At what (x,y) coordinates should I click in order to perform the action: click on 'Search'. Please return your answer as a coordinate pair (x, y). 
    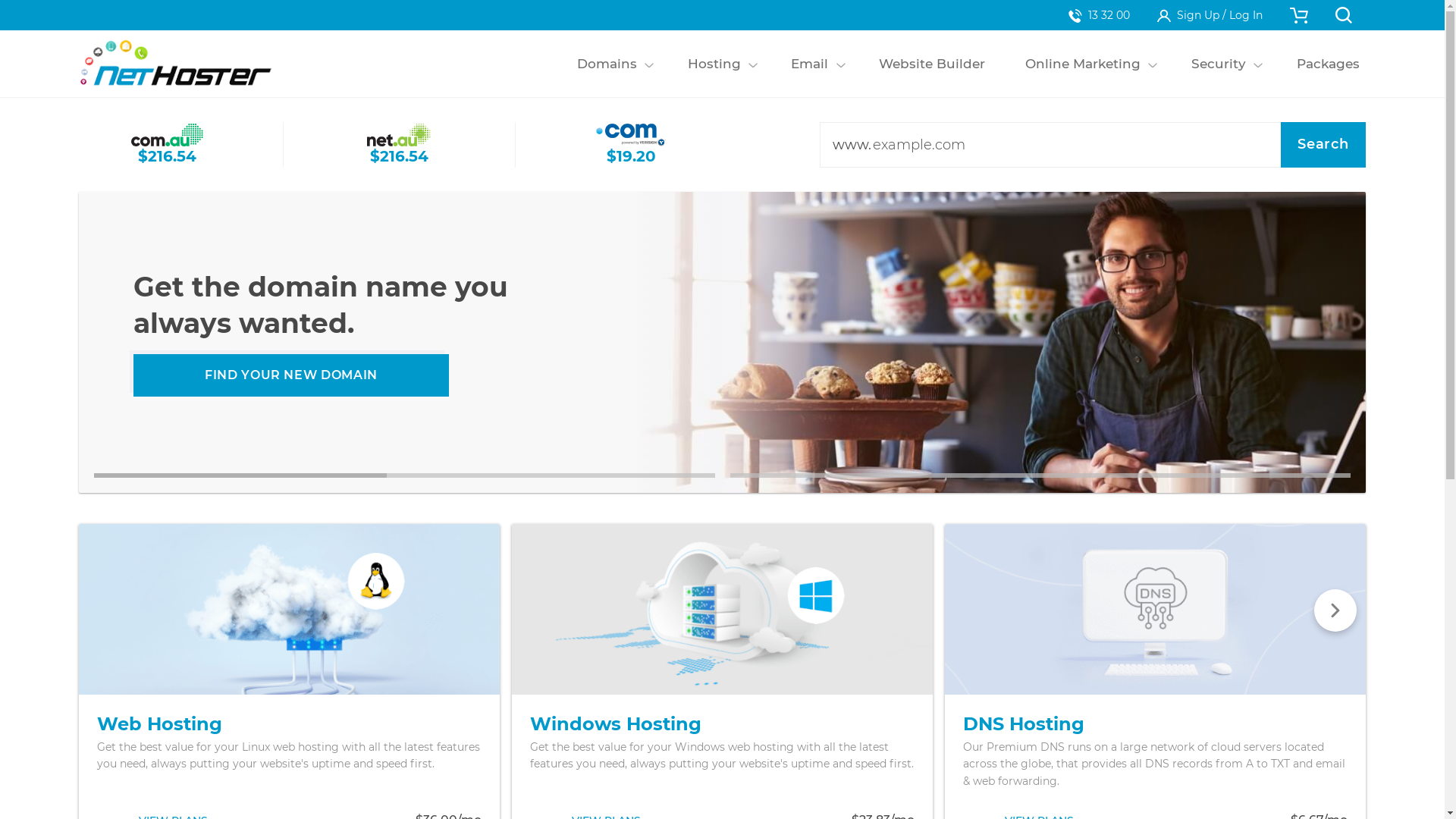
    Looking at the image, I should click on (1280, 145).